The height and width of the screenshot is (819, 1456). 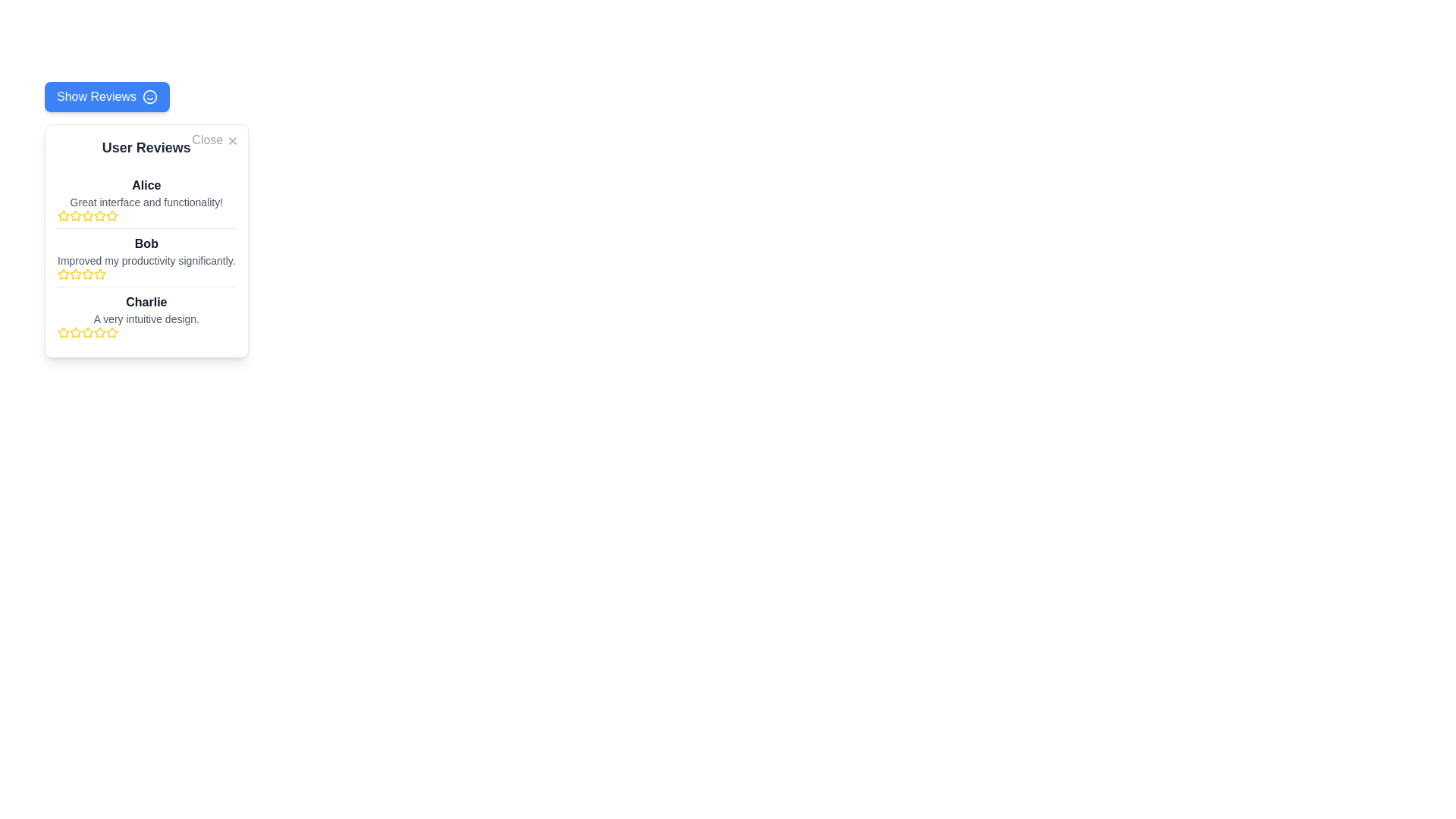 I want to click on the fourth star icon in the rating row under Alice's review, so click(x=86, y=216).